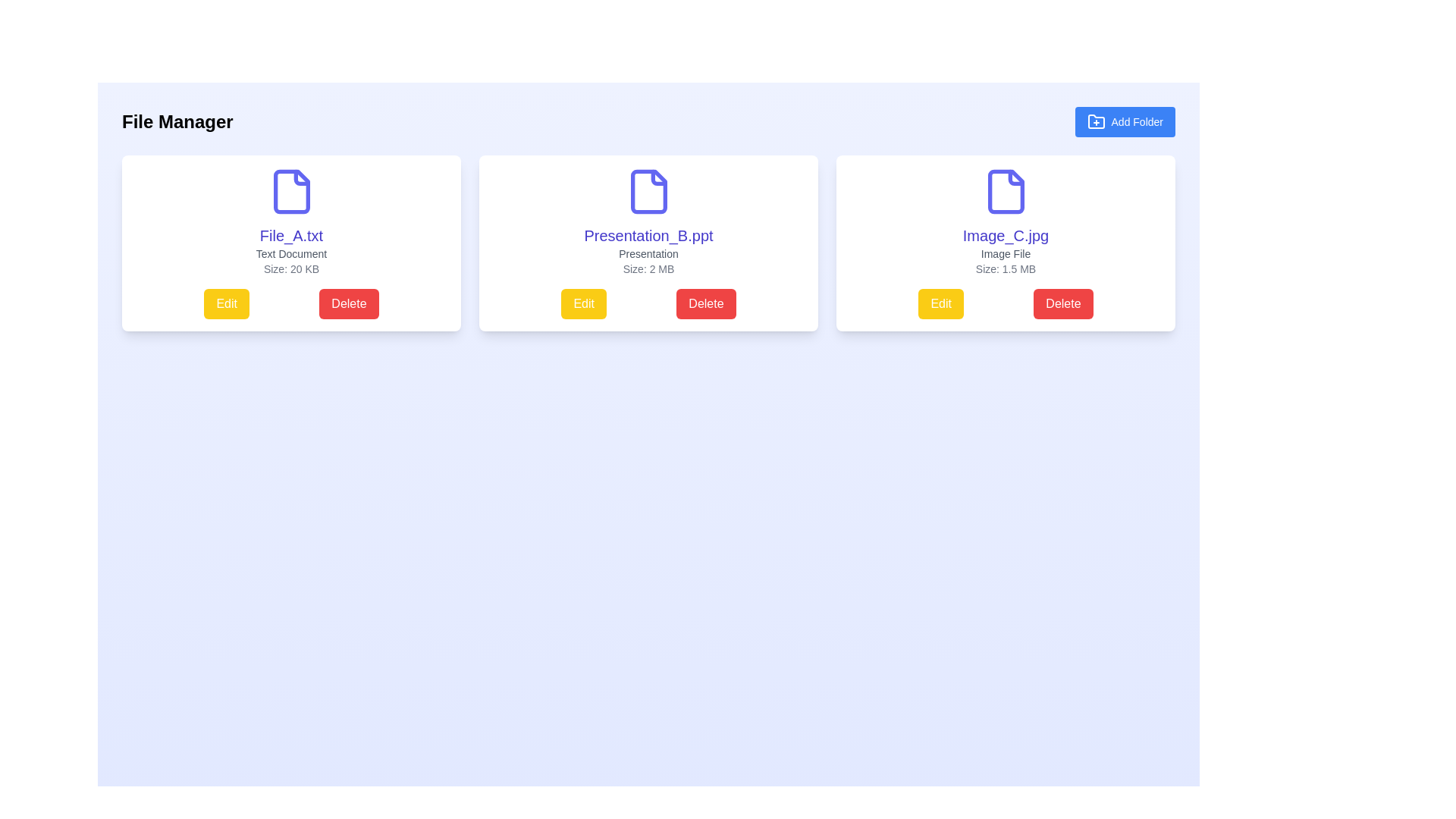  What do you see at coordinates (648, 253) in the screenshot?
I see `the text label displaying 'Presentation' in small-sized gray font, located between 'Presentation_B.ppt' and 'Size: 2 MB' within the central file card` at bounding box center [648, 253].